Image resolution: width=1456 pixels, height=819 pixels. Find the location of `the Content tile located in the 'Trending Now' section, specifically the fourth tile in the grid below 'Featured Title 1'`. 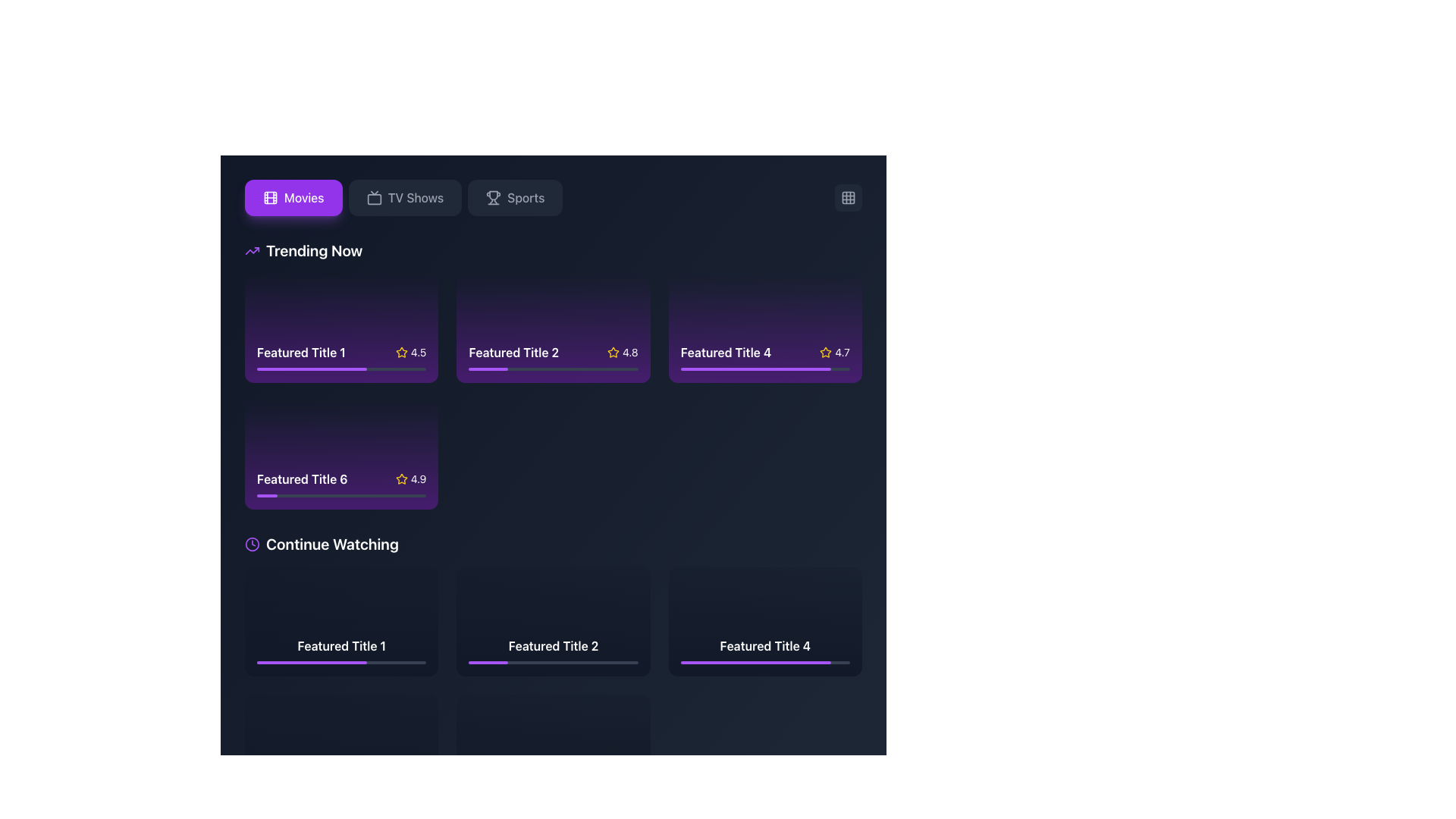

the Content tile located in the 'Trending Now' section, specifically the fourth tile in the grid below 'Featured Title 1' is located at coordinates (340, 454).